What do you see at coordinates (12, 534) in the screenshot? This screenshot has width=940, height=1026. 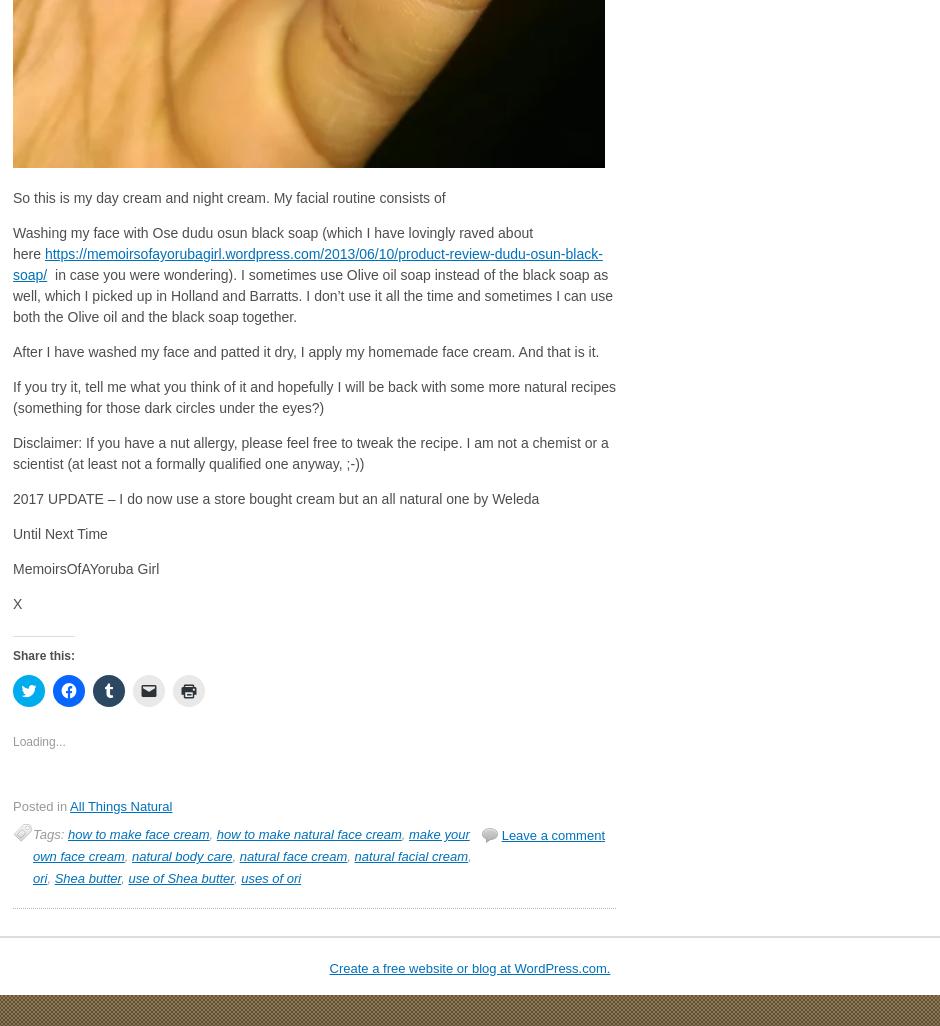 I see `'Until Next Time'` at bounding box center [12, 534].